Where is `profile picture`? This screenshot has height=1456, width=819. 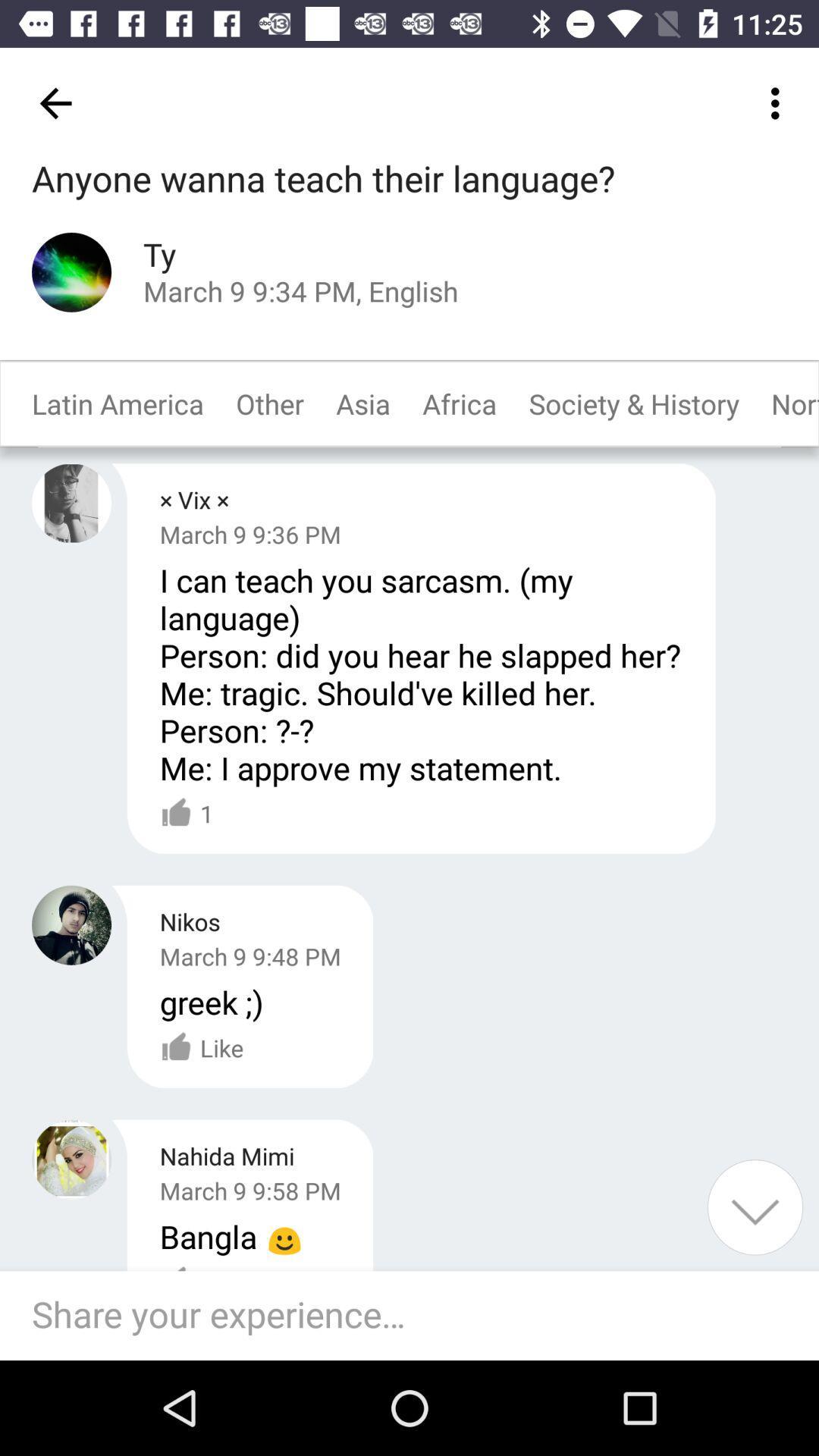 profile picture is located at coordinates (71, 924).